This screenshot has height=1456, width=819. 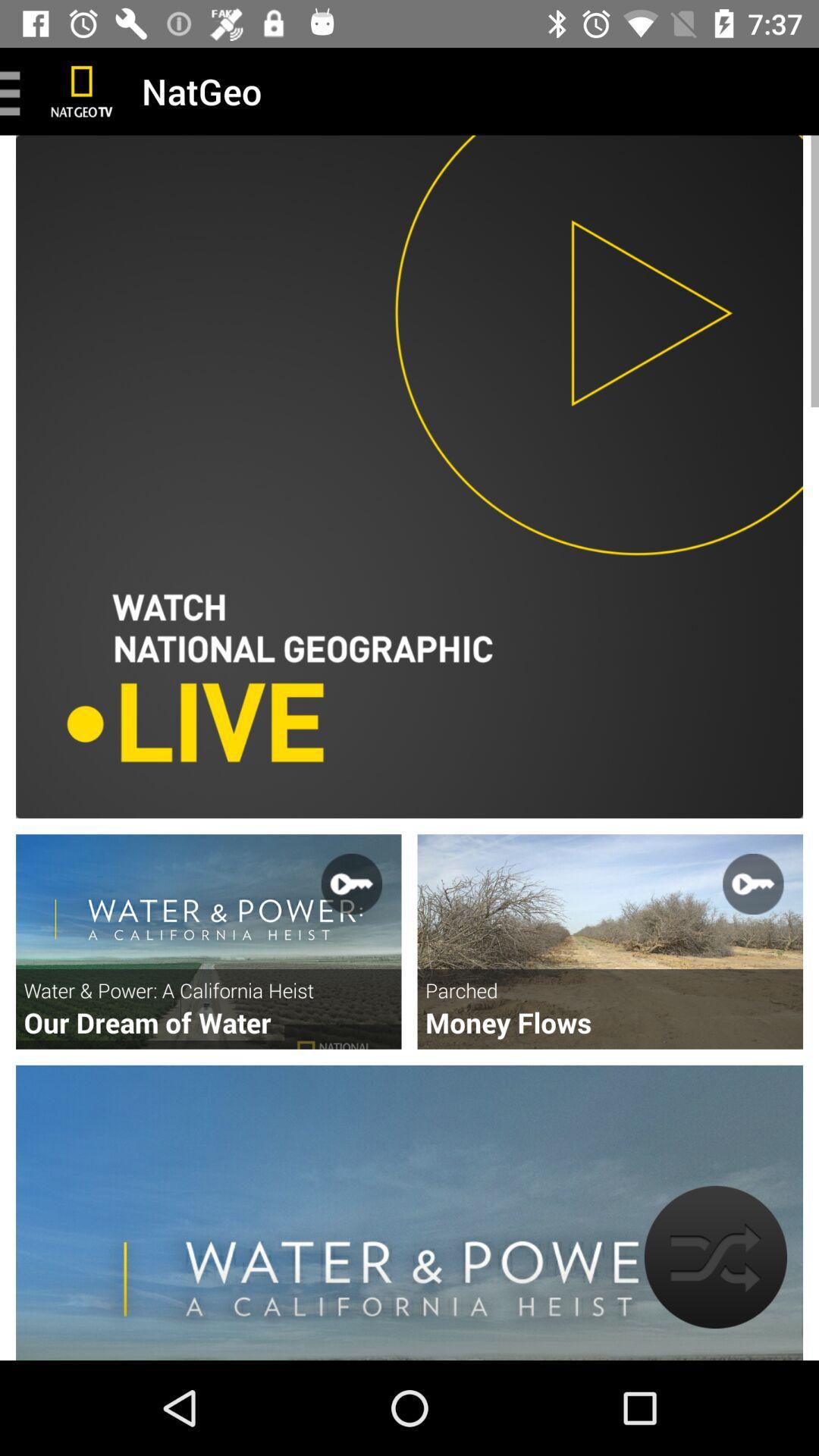 What do you see at coordinates (609, 941) in the screenshot?
I see `watch video` at bounding box center [609, 941].